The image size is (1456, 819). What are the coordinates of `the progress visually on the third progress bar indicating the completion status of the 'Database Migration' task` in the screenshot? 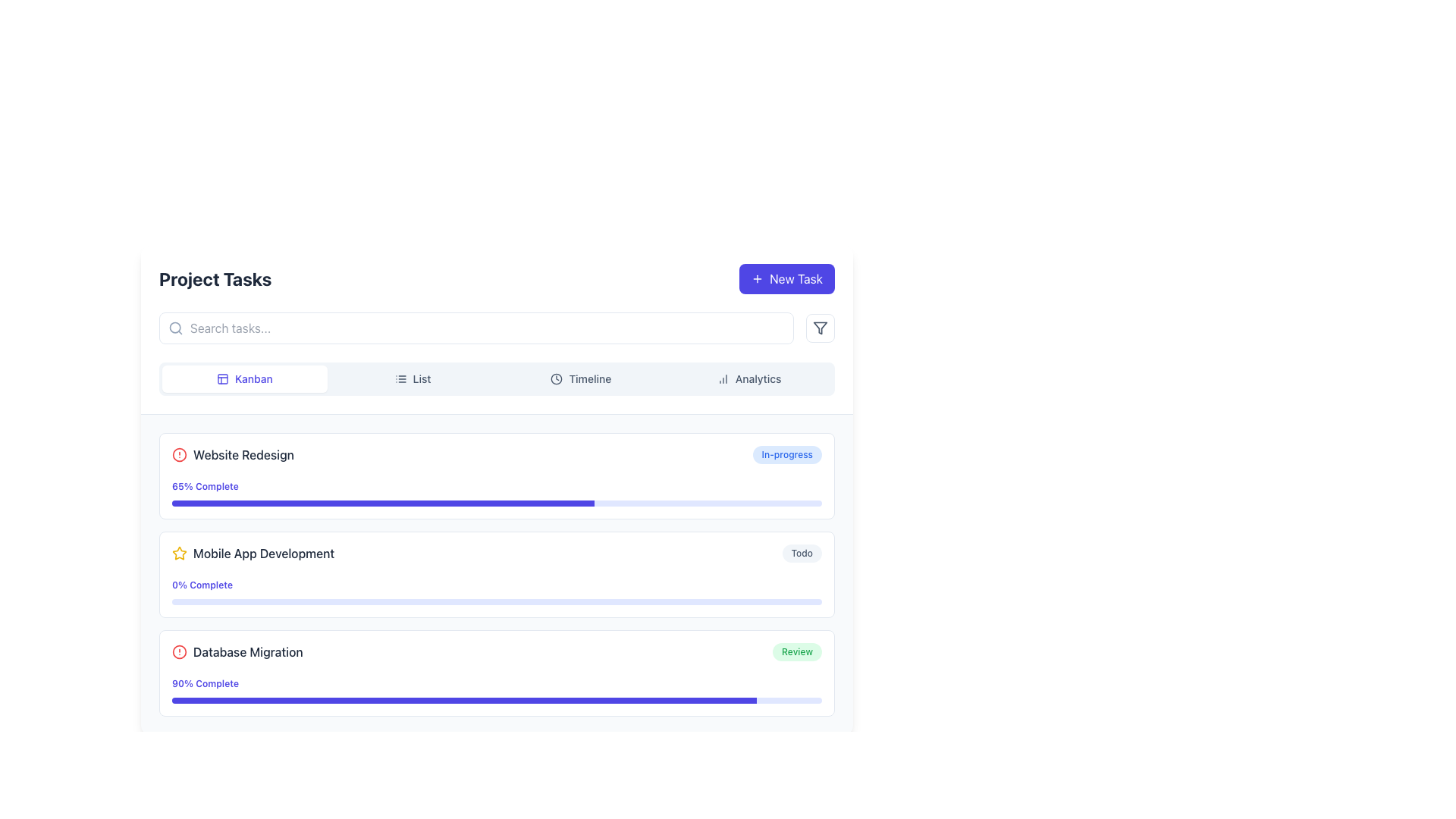 It's located at (497, 701).